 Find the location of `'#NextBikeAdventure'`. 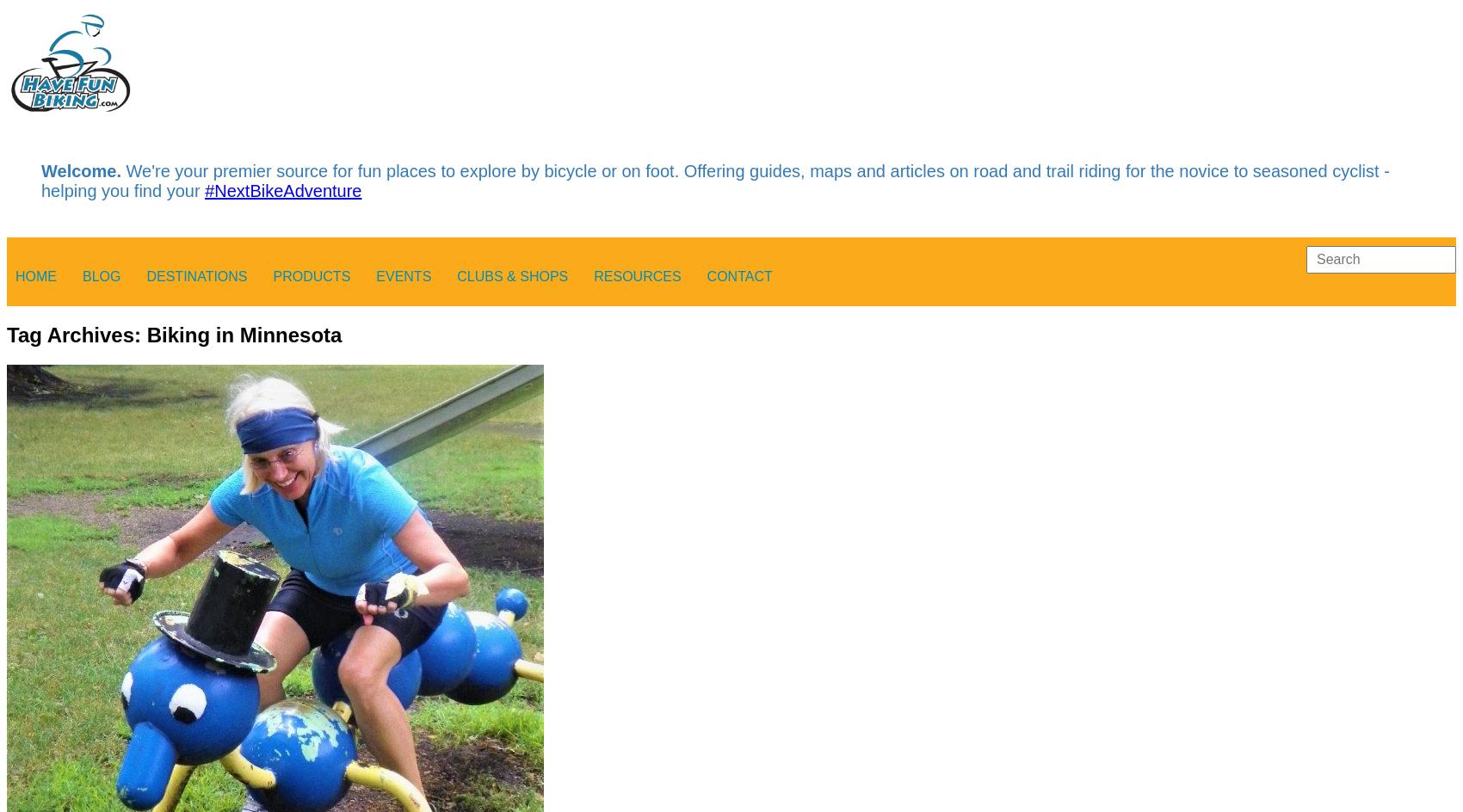

'#NextBikeAdventure' is located at coordinates (281, 190).